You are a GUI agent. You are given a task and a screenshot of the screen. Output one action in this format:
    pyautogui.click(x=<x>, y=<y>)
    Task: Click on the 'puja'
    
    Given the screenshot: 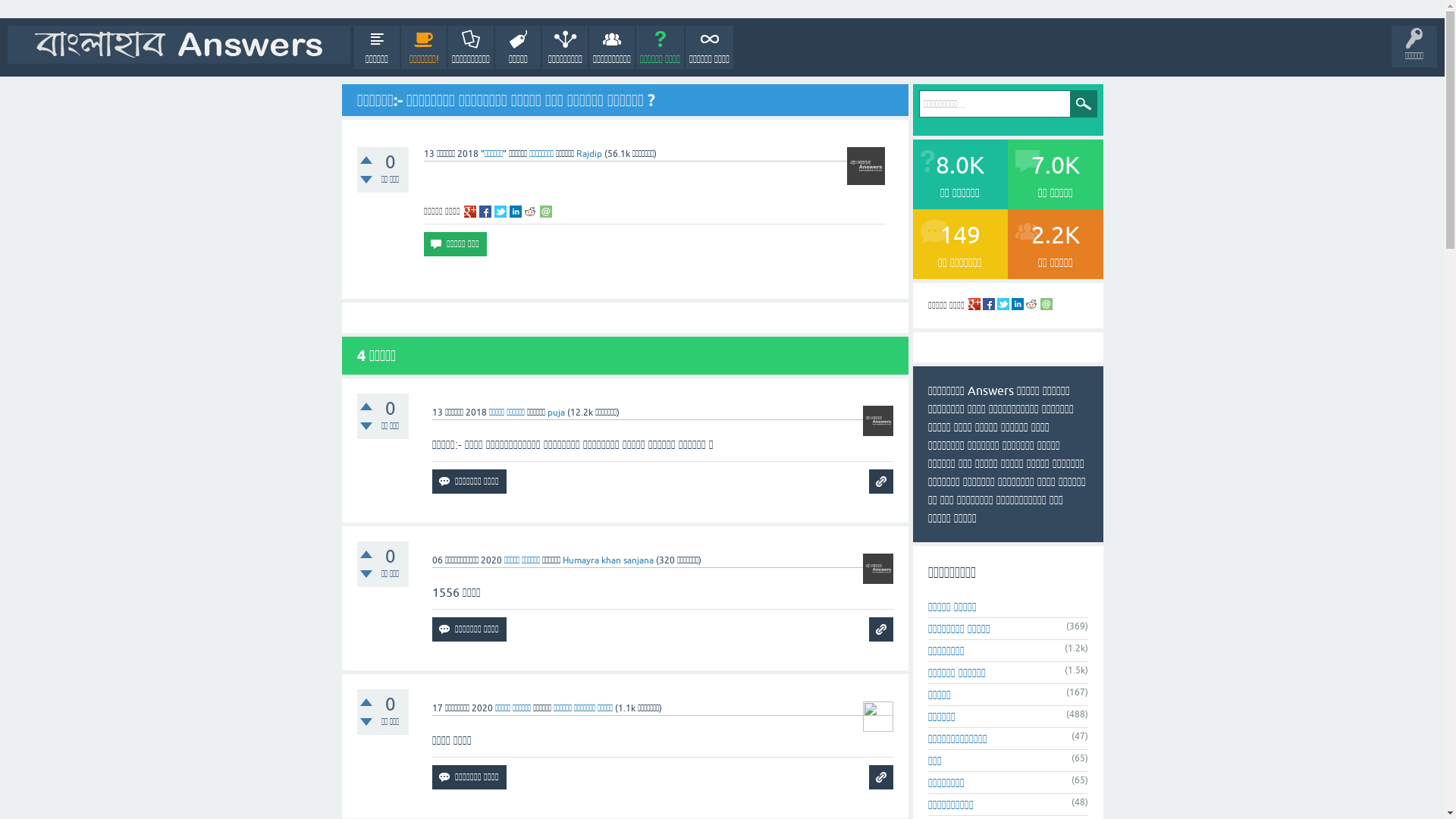 What is the action you would take?
    pyautogui.click(x=546, y=412)
    